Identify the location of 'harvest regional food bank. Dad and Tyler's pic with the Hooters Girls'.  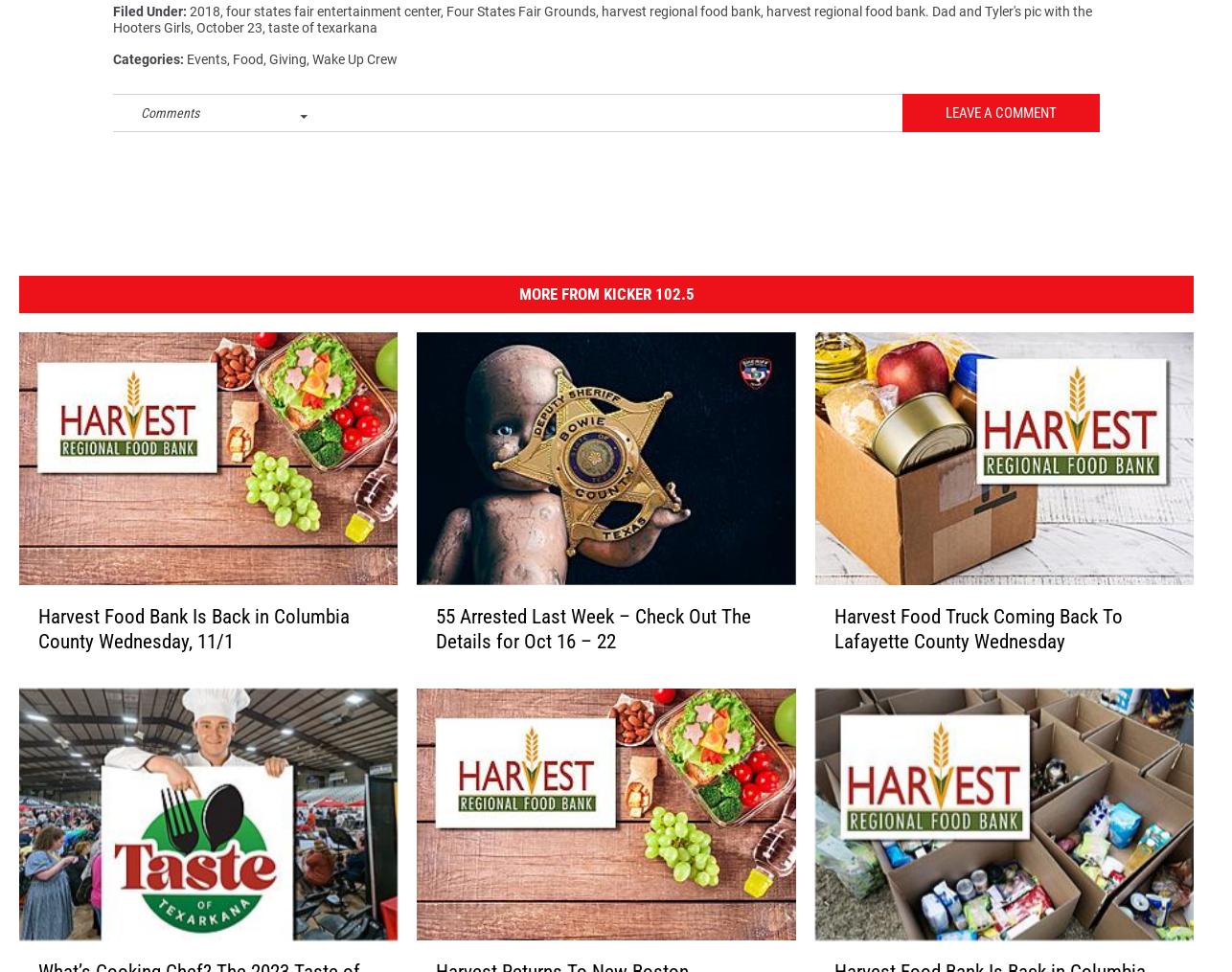
(601, 27).